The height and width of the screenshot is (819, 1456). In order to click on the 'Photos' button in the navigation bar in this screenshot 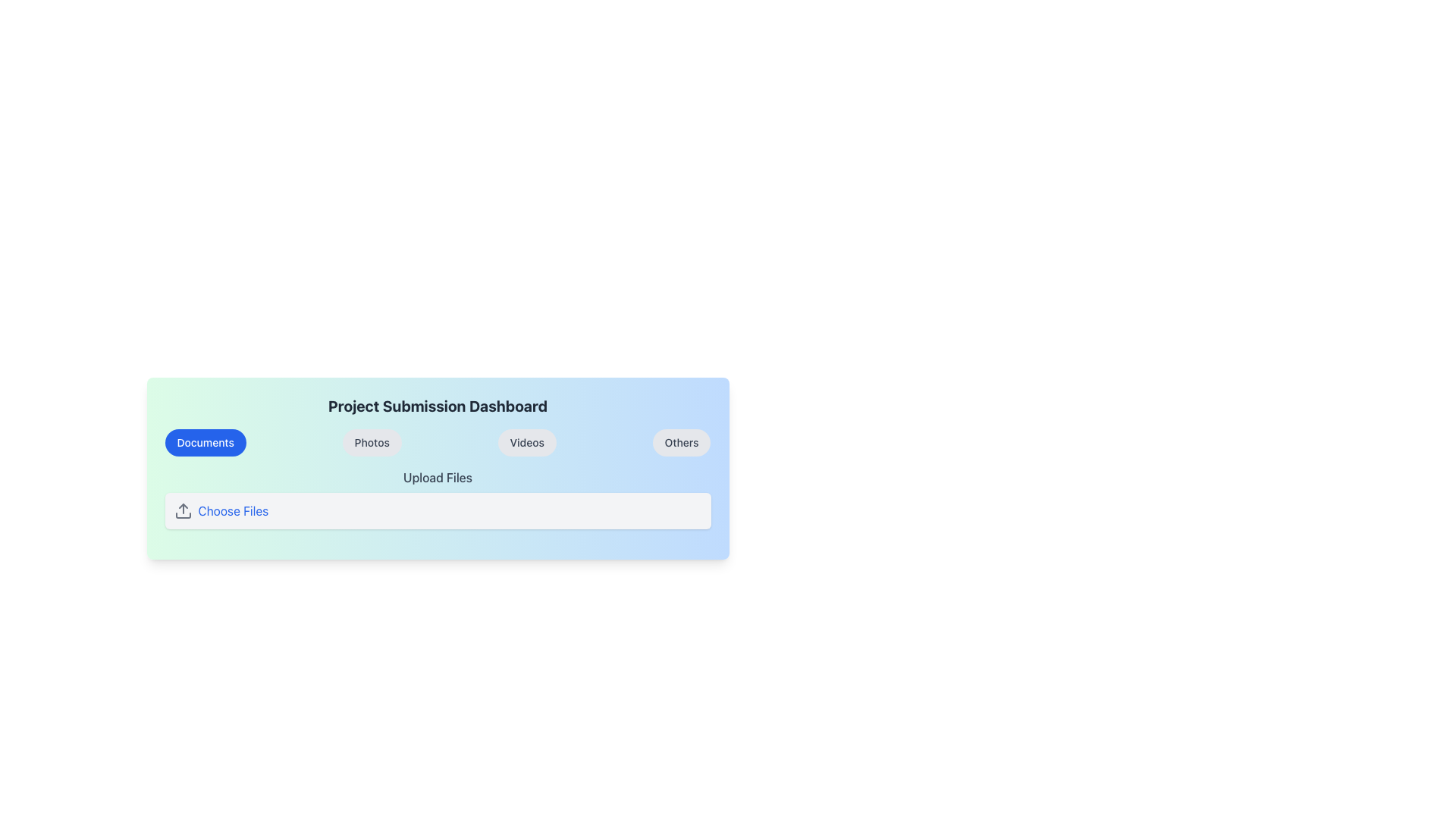, I will do `click(437, 442)`.